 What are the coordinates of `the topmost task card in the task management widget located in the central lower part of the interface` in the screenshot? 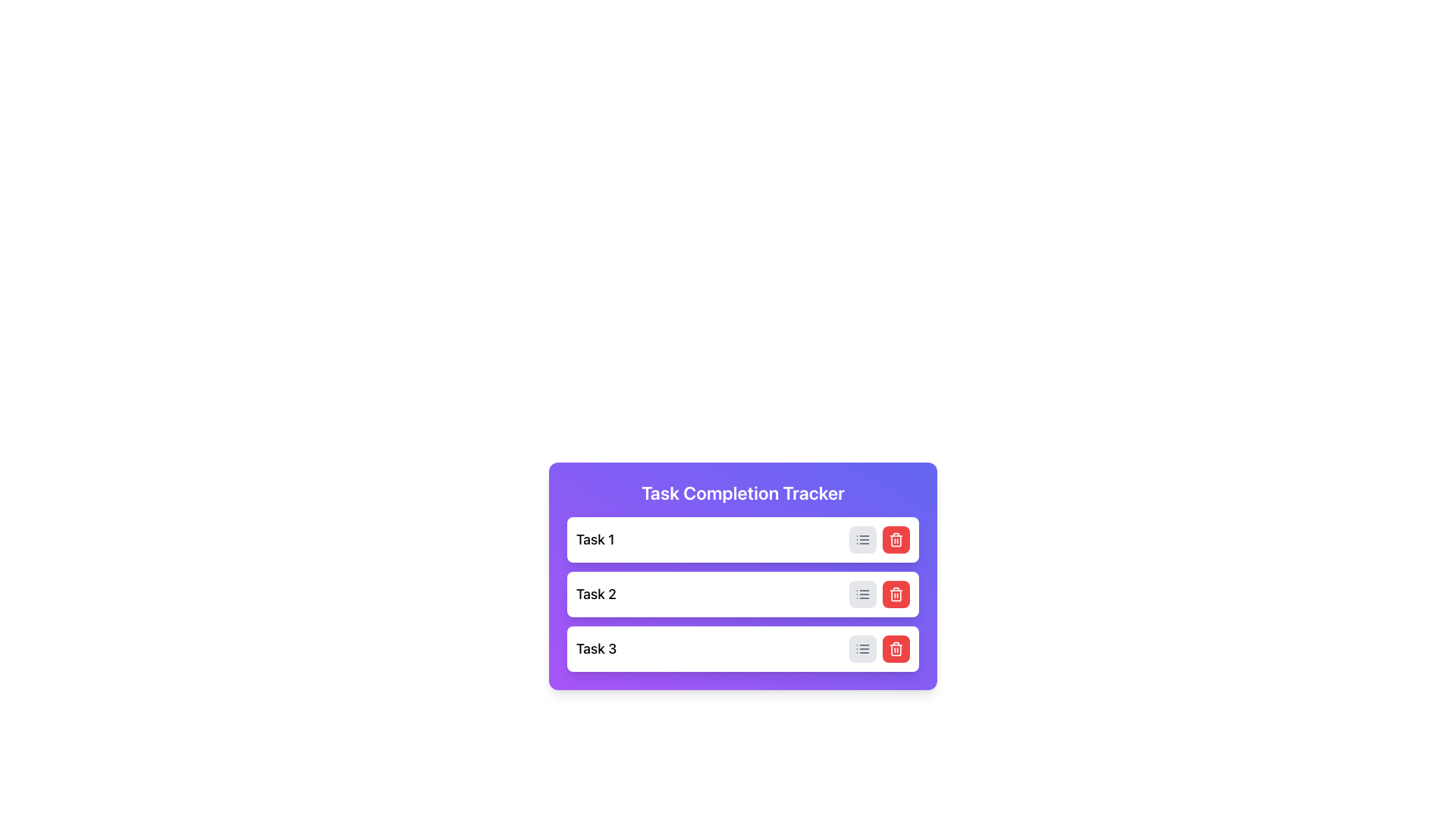 It's located at (742, 539).